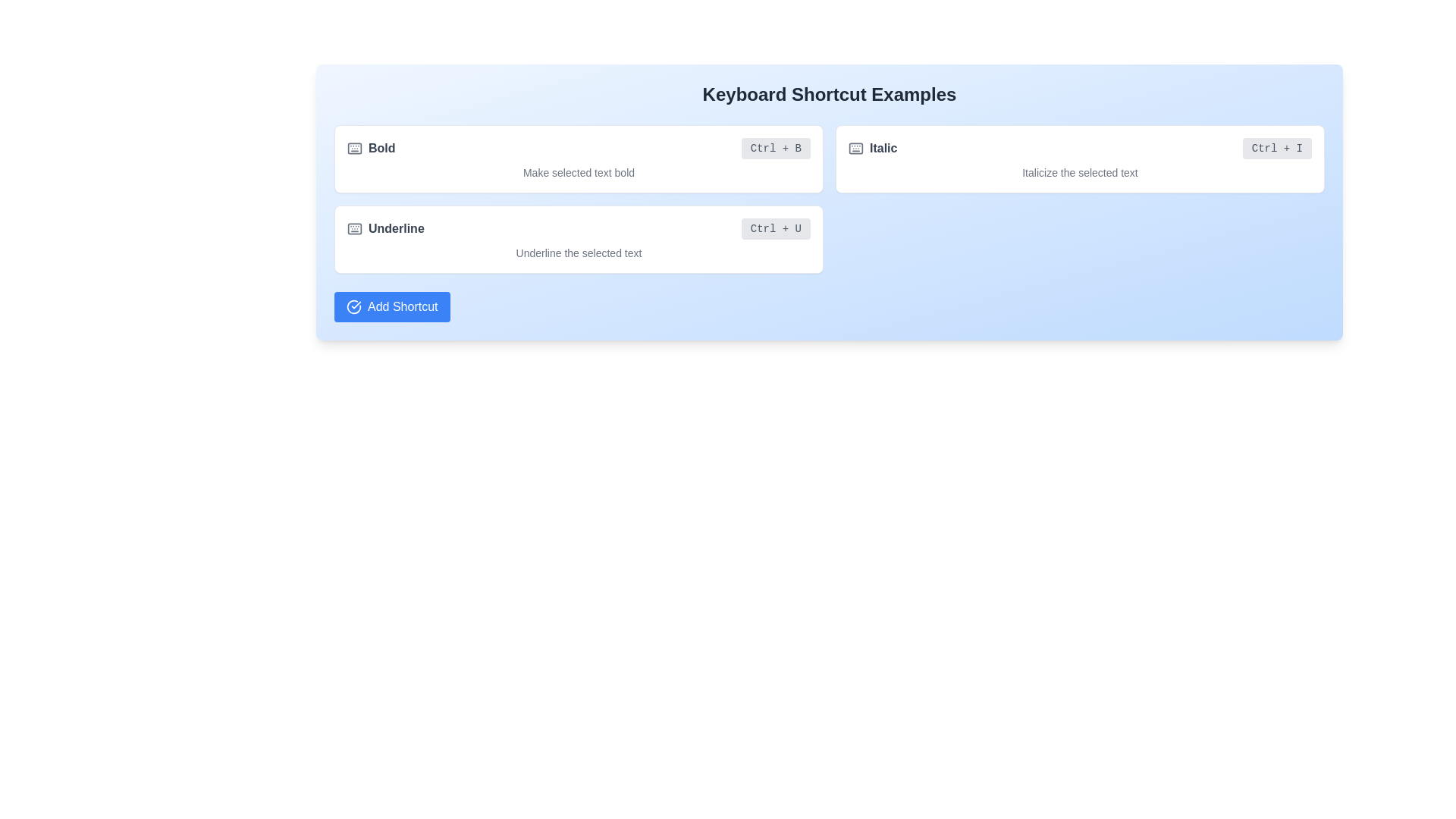 This screenshot has height=819, width=1456. Describe the element at coordinates (381, 149) in the screenshot. I see `the text label that describes the keyboard shortcut for applying bold formatting, located in the upper-left section of the interface, adjacent to a keyboard icon` at that location.